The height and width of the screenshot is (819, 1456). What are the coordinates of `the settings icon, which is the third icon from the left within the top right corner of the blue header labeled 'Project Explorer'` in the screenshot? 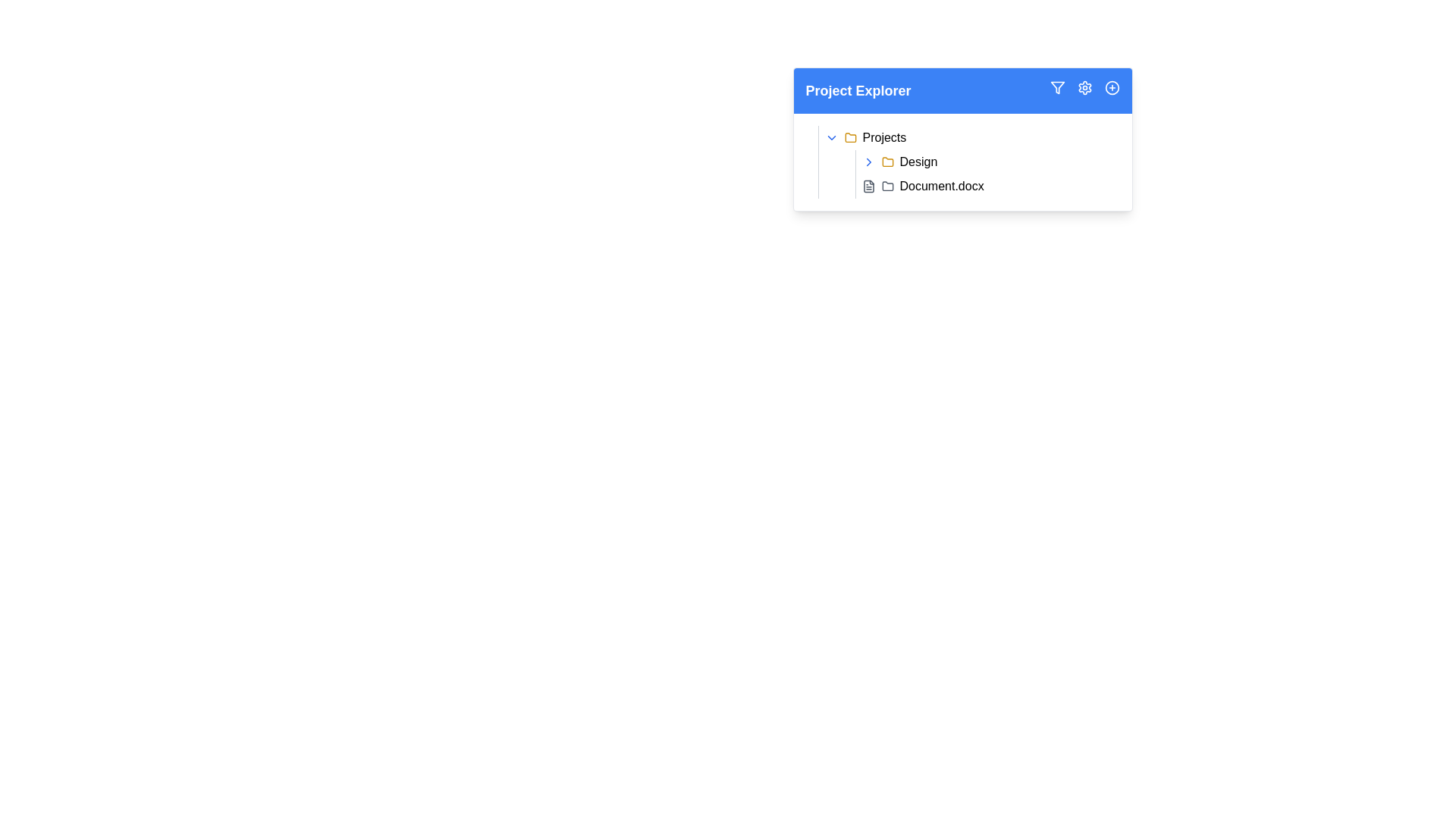 It's located at (1084, 87).